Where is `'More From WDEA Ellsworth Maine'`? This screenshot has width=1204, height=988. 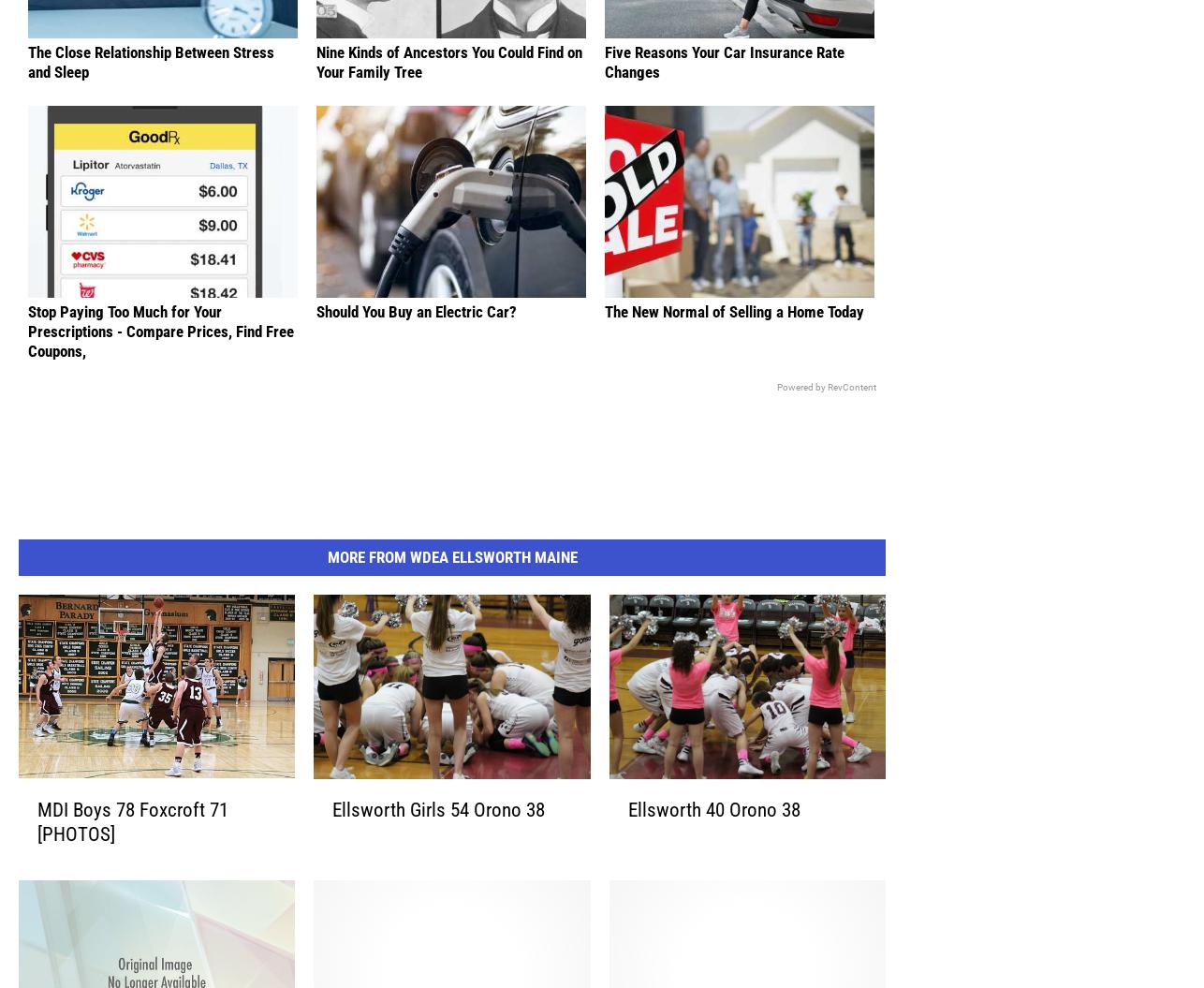 'More From WDEA Ellsworth Maine' is located at coordinates (450, 586).